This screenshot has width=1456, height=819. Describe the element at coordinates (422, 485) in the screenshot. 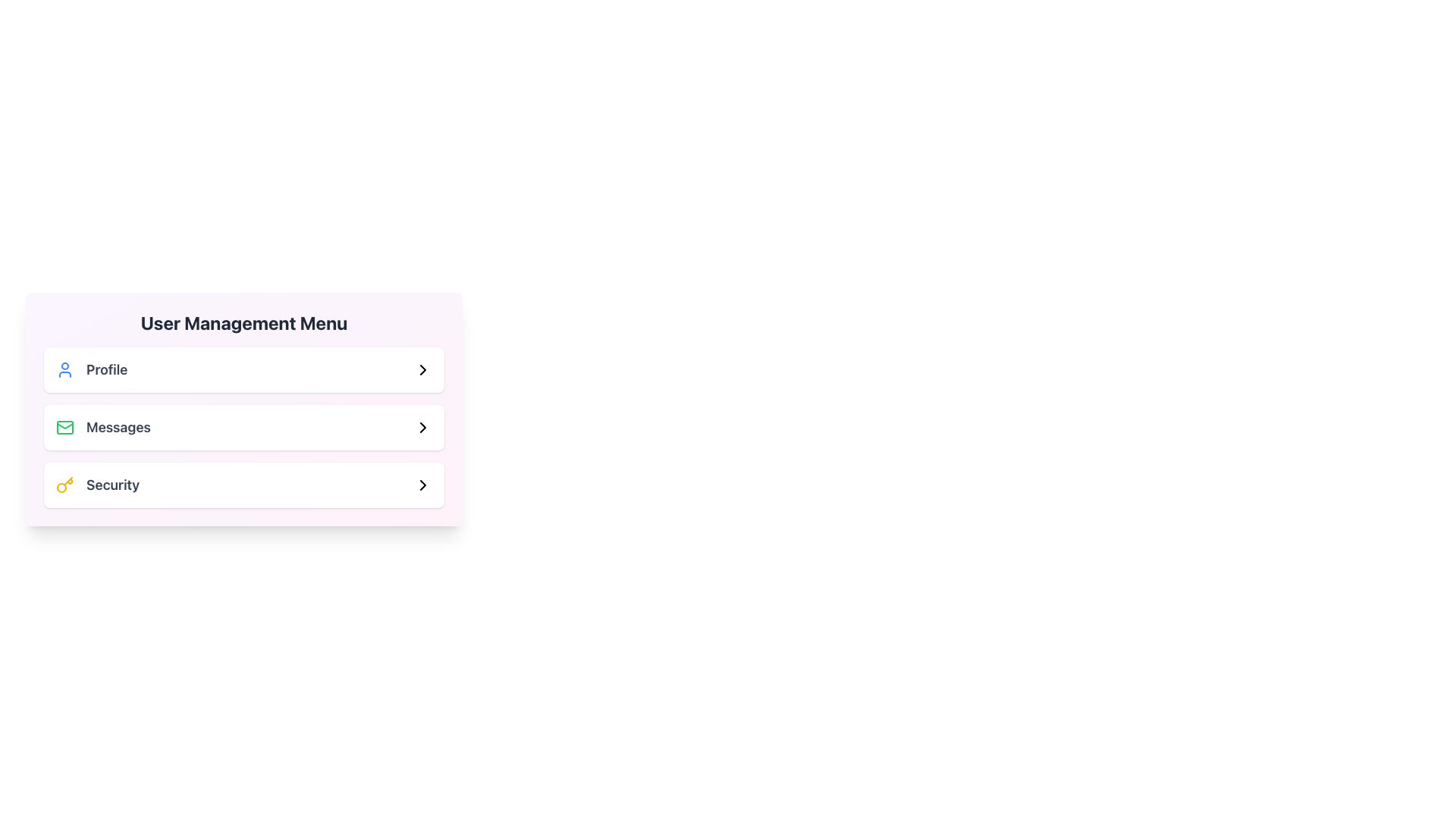

I see `the small rightward-pointing chevron arrow icon in the 'Security' menu item located on the far-right side` at that location.